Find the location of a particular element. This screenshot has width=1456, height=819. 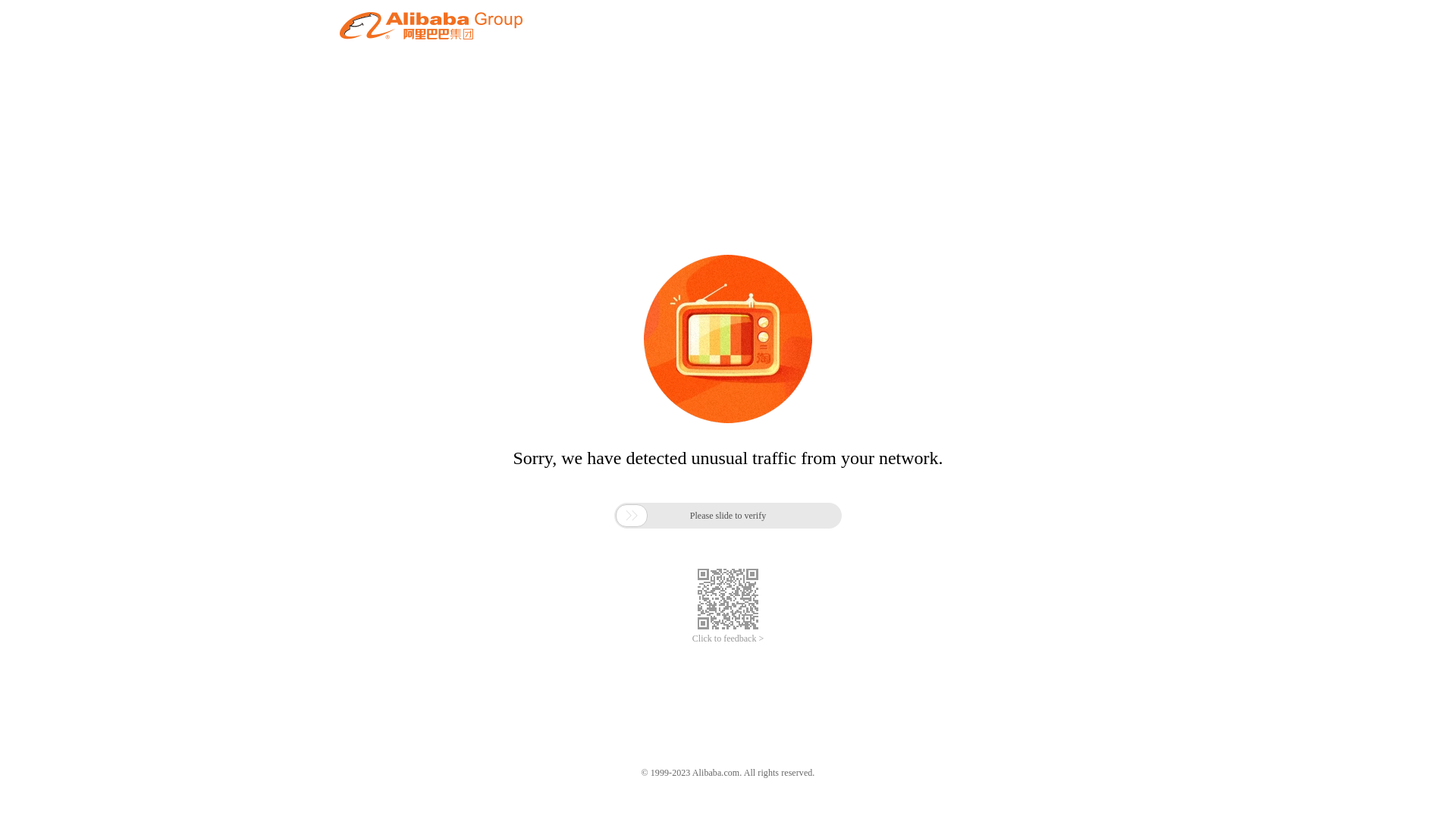

'Click to feedback >' is located at coordinates (728, 639).